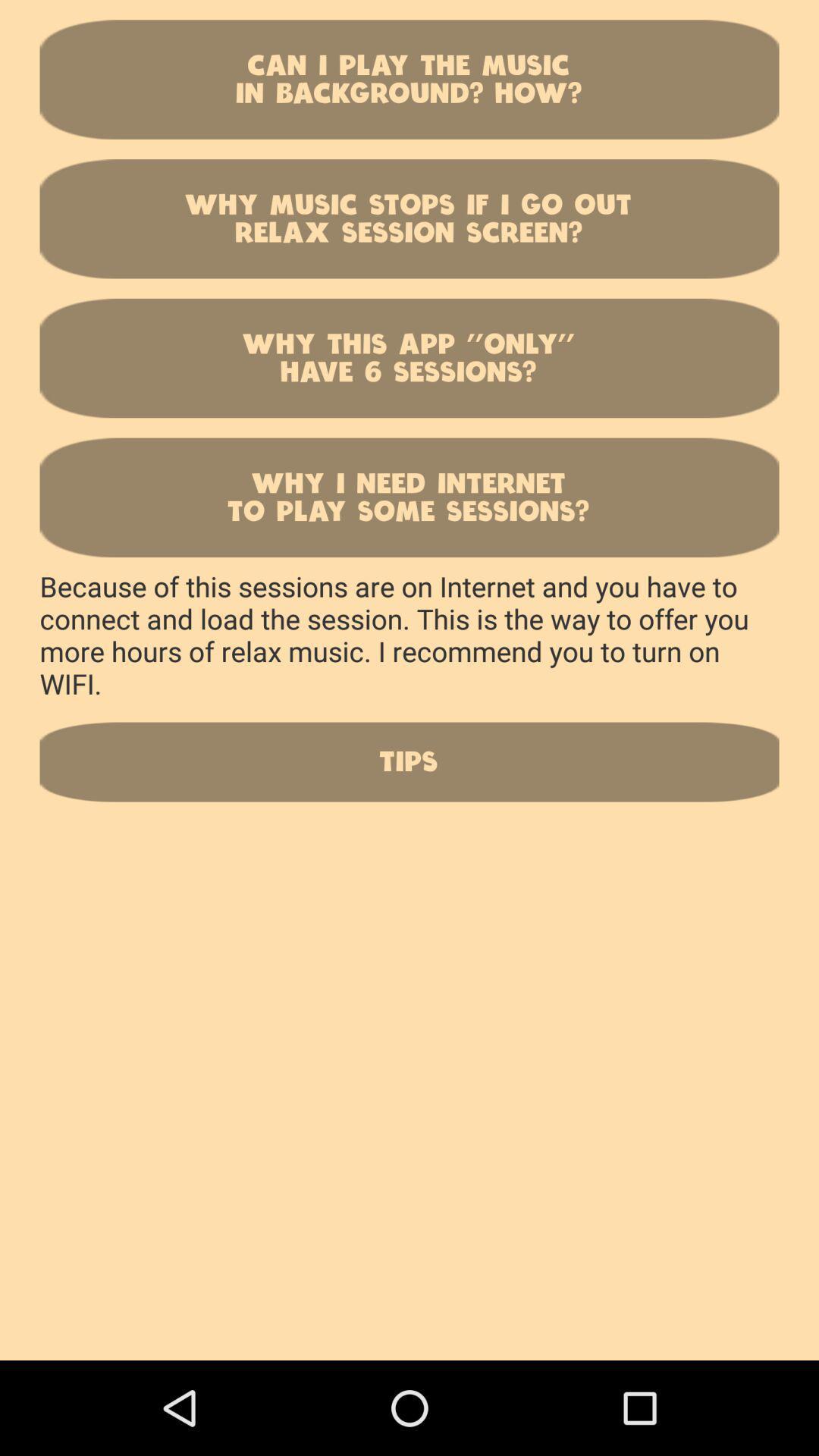  I want to click on the button above why i need button, so click(409, 357).